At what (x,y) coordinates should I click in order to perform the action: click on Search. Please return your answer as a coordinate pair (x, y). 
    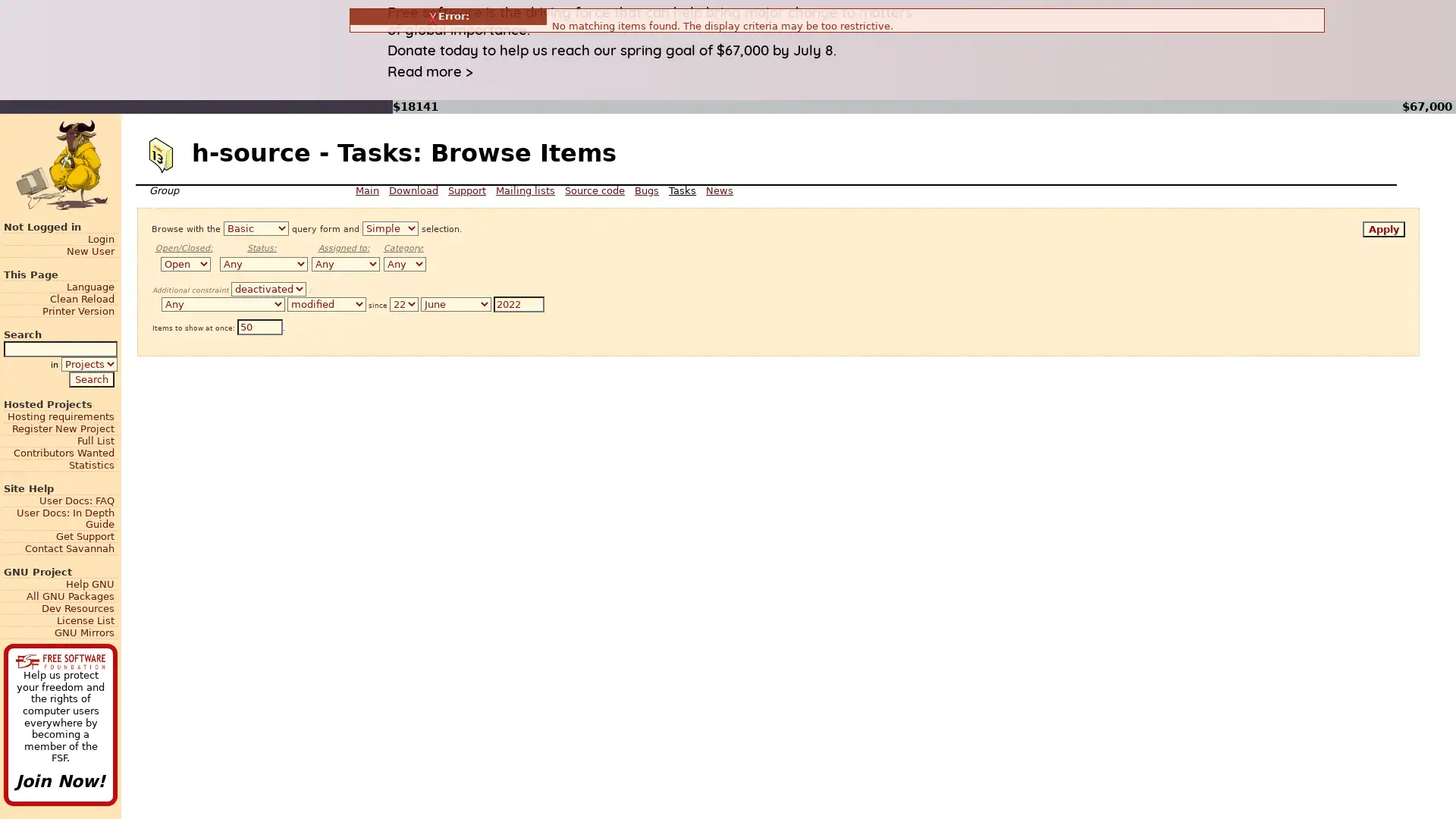
    Looking at the image, I should click on (90, 378).